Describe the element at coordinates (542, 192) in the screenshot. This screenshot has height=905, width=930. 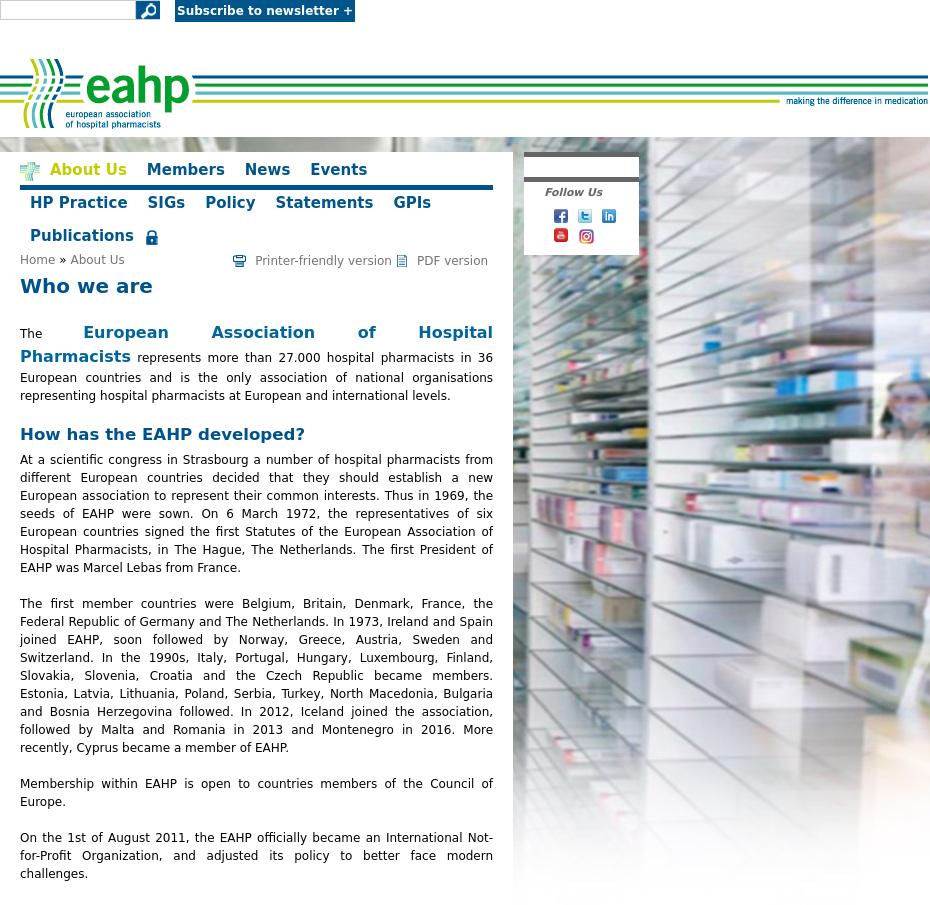
I see `'Follow Us'` at that location.